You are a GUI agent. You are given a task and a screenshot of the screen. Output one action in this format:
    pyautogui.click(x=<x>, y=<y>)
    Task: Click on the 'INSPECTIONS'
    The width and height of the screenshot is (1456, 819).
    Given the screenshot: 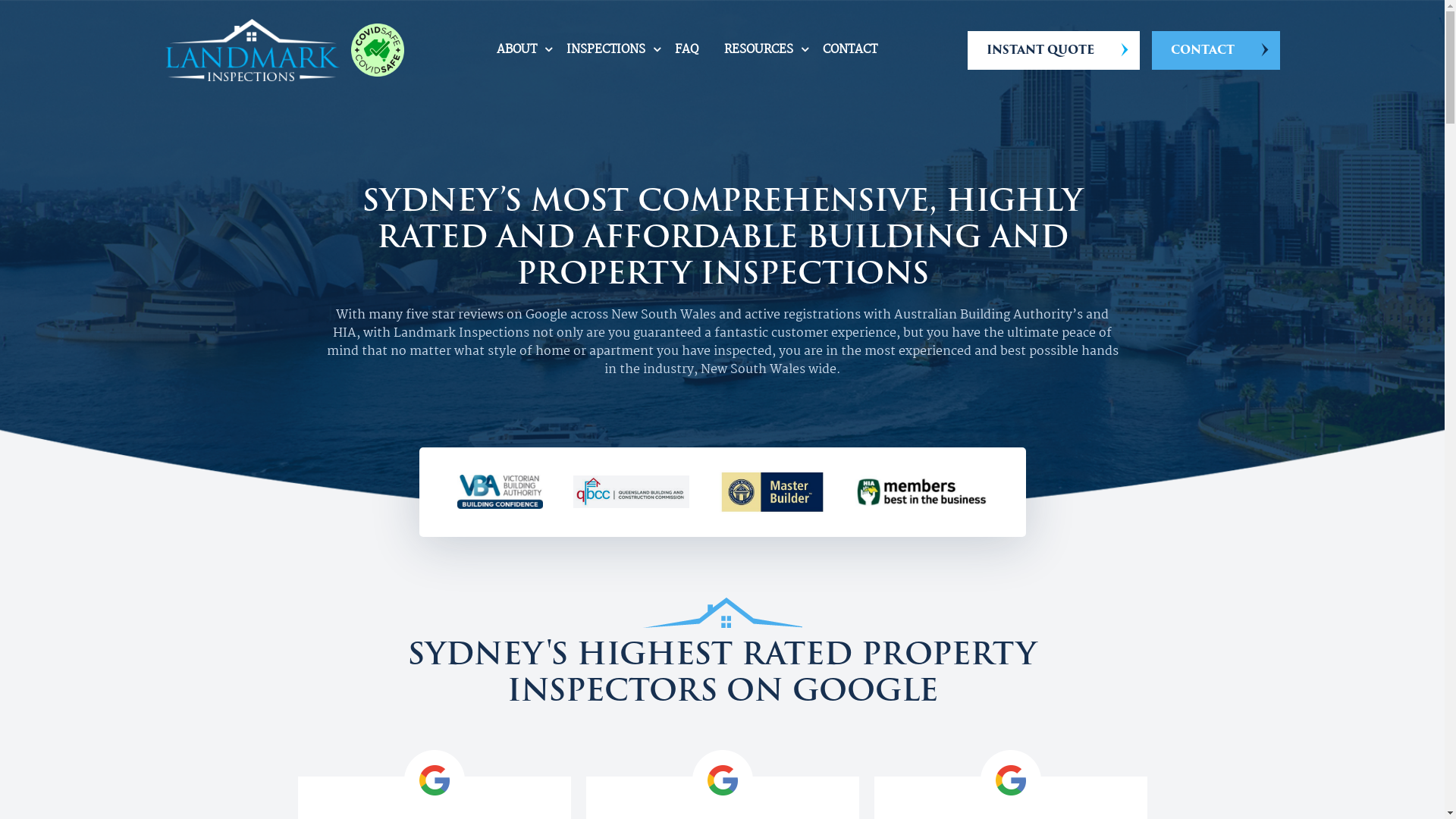 What is the action you would take?
    pyautogui.click(x=604, y=49)
    